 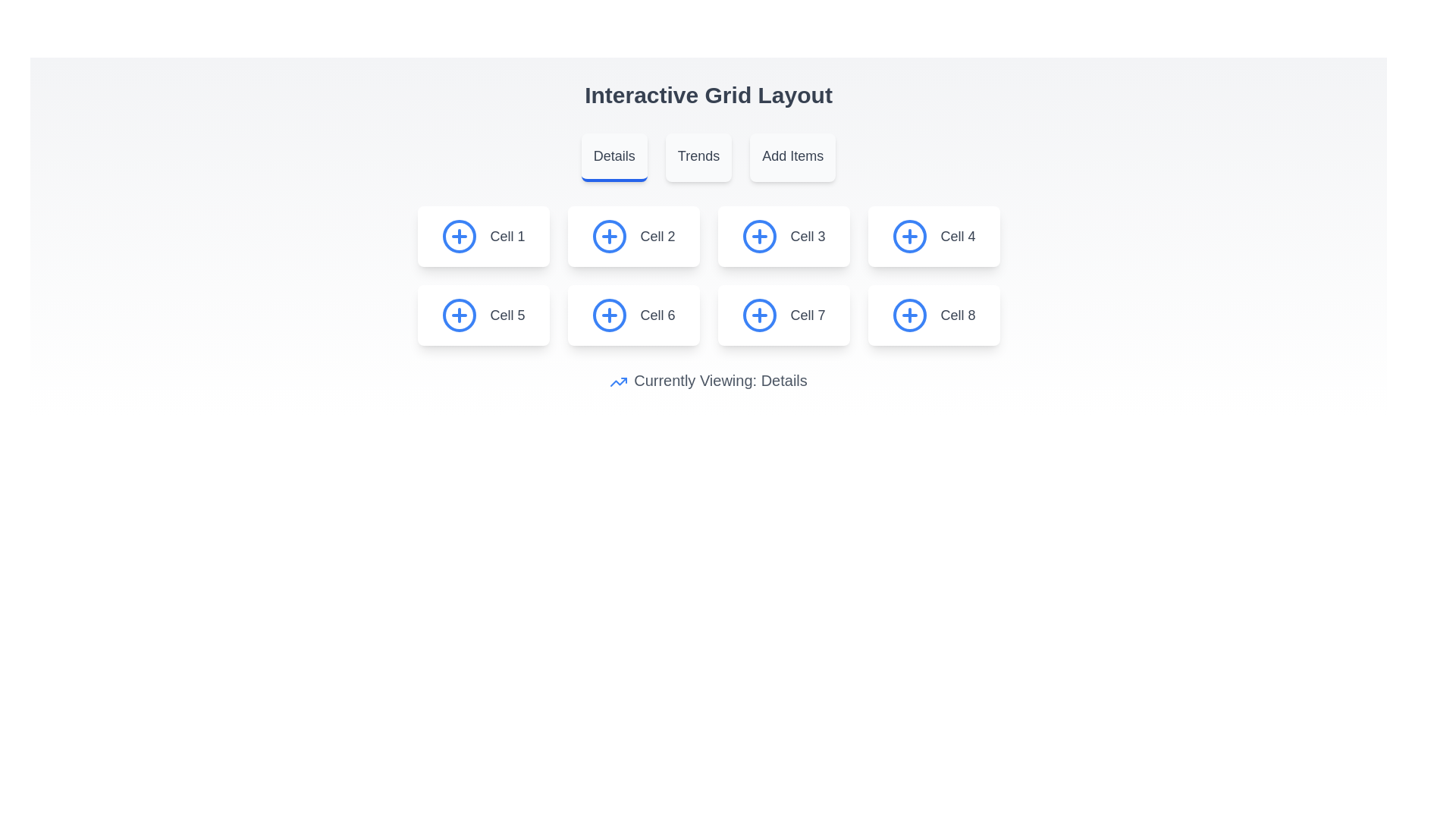 What do you see at coordinates (614, 155) in the screenshot?
I see `the text label displaying 'Details', which is centrally aligned, bolded, and gray-colored, located in the top-center section of the interface` at bounding box center [614, 155].